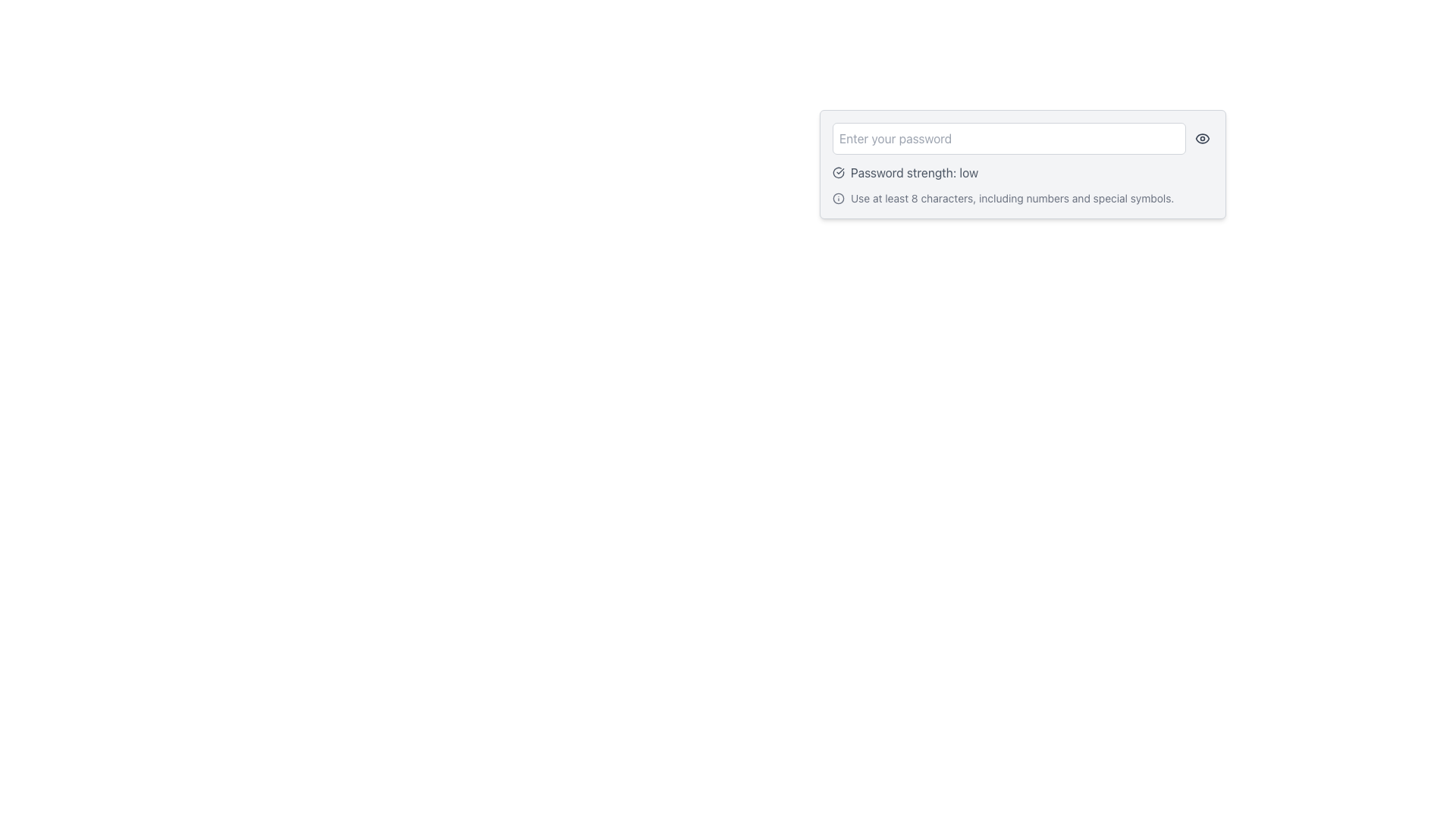 The height and width of the screenshot is (819, 1456). Describe the element at coordinates (1201, 138) in the screenshot. I see `the icon button located on the right side of the password input field` at that location.